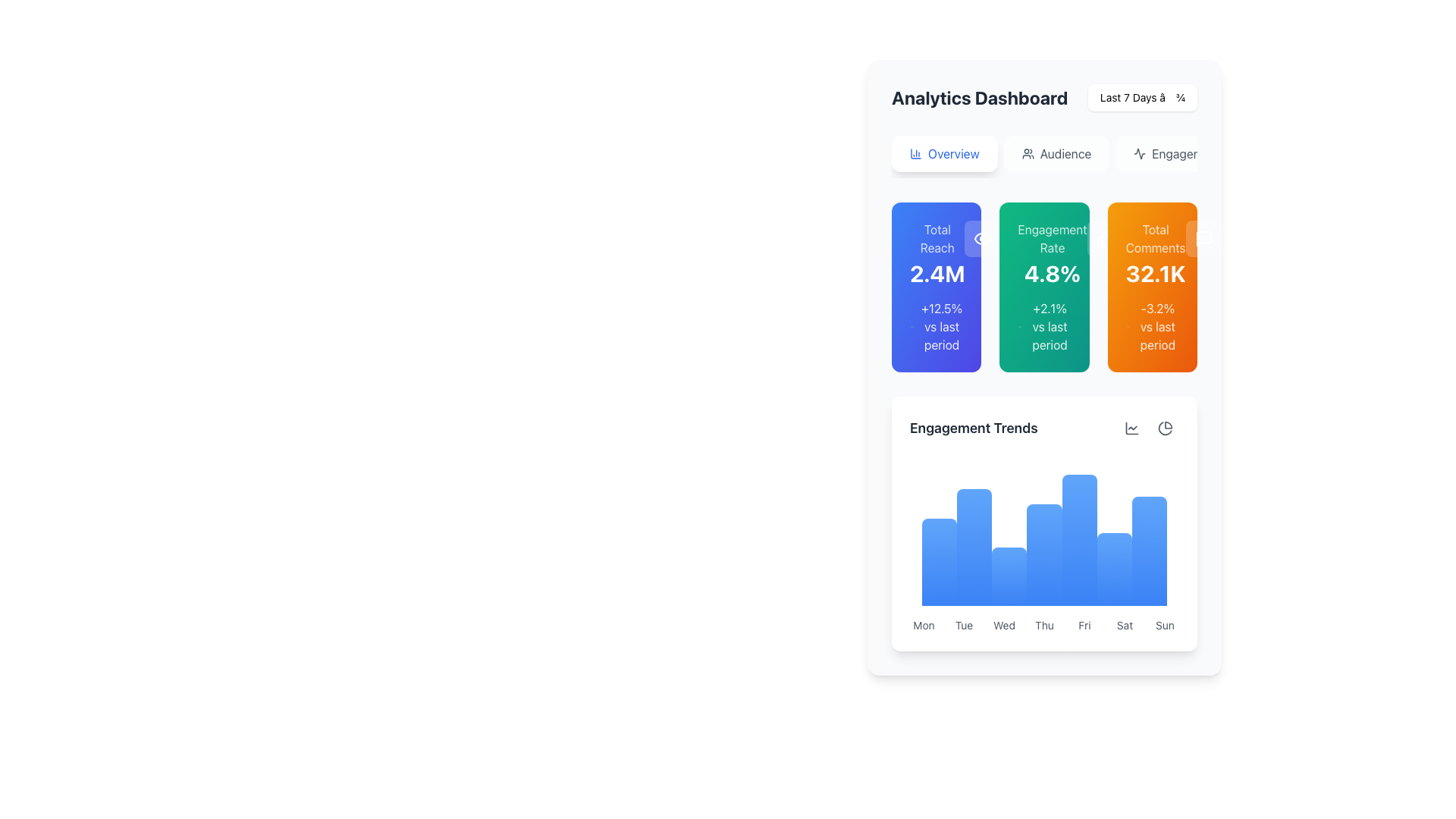  What do you see at coordinates (1114, 570) in the screenshot?
I see `the sixth vertical bar in the 'Engagement Trends' chart` at bounding box center [1114, 570].